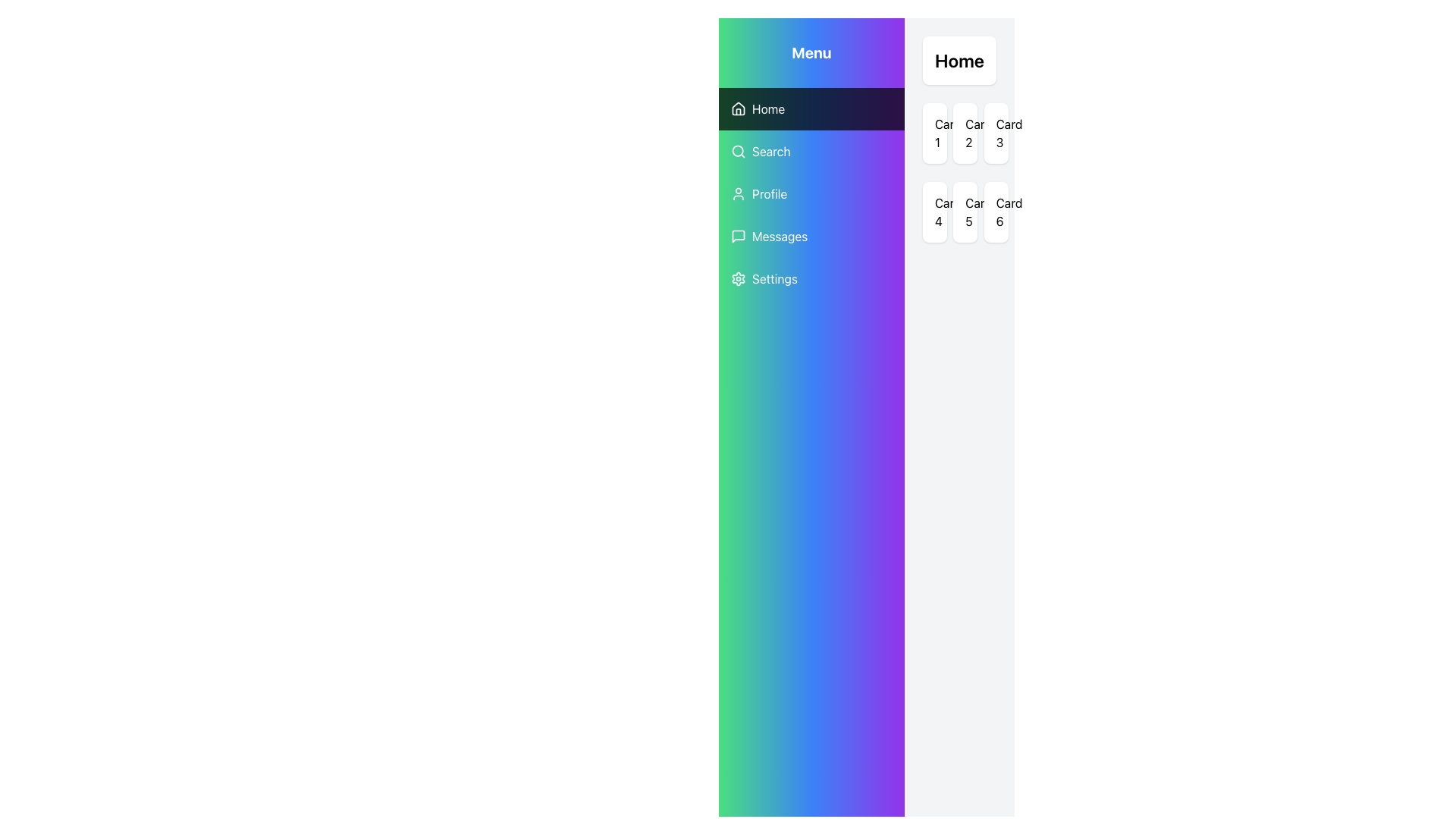 This screenshot has width=1456, height=819. What do you see at coordinates (775, 278) in the screenshot?
I see `the 'Settings' text label in the vertical menu` at bounding box center [775, 278].